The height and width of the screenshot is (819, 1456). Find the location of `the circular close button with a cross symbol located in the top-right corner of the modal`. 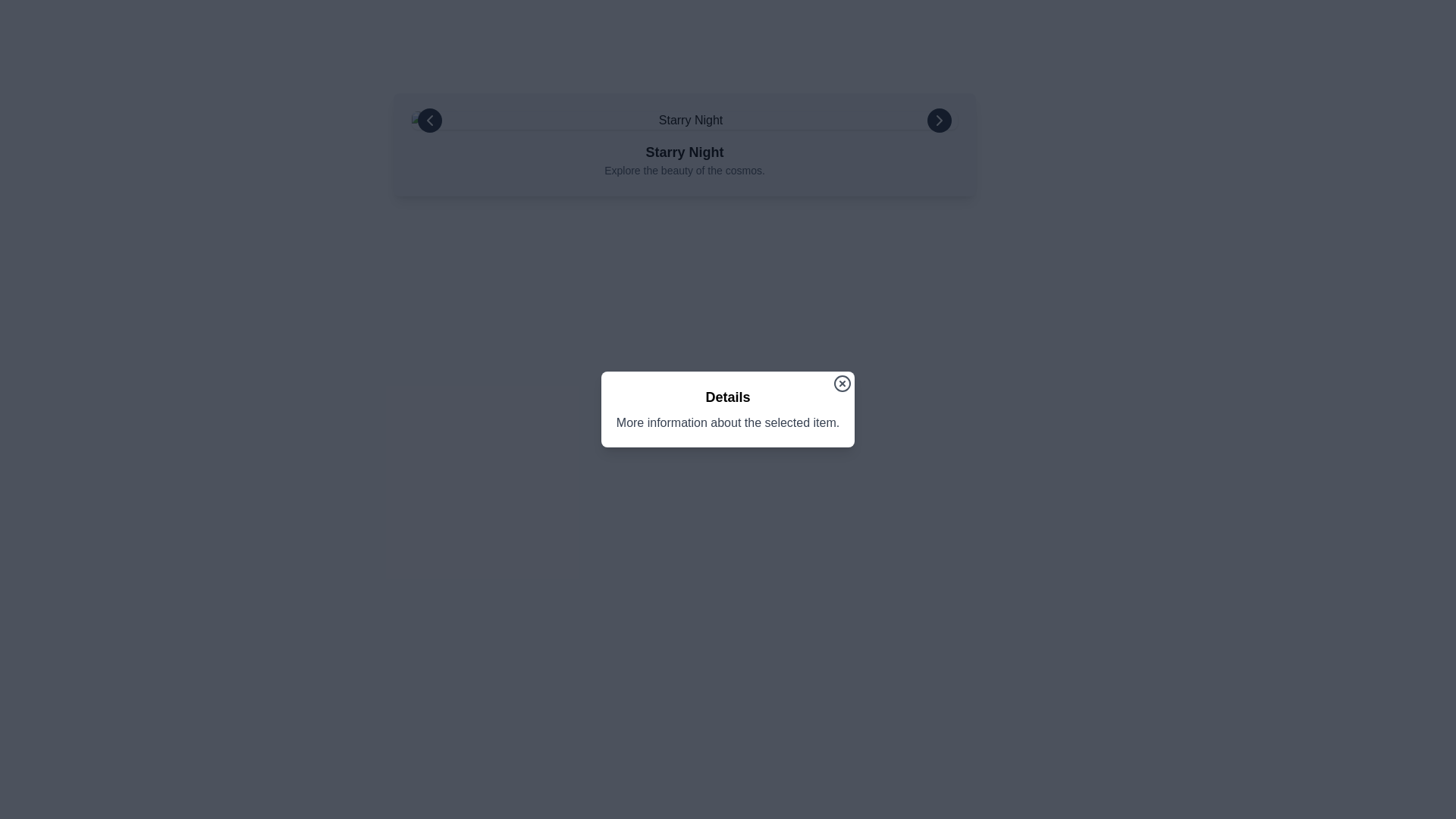

the circular close button with a cross symbol located in the top-right corner of the modal is located at coordinates (842, 382).